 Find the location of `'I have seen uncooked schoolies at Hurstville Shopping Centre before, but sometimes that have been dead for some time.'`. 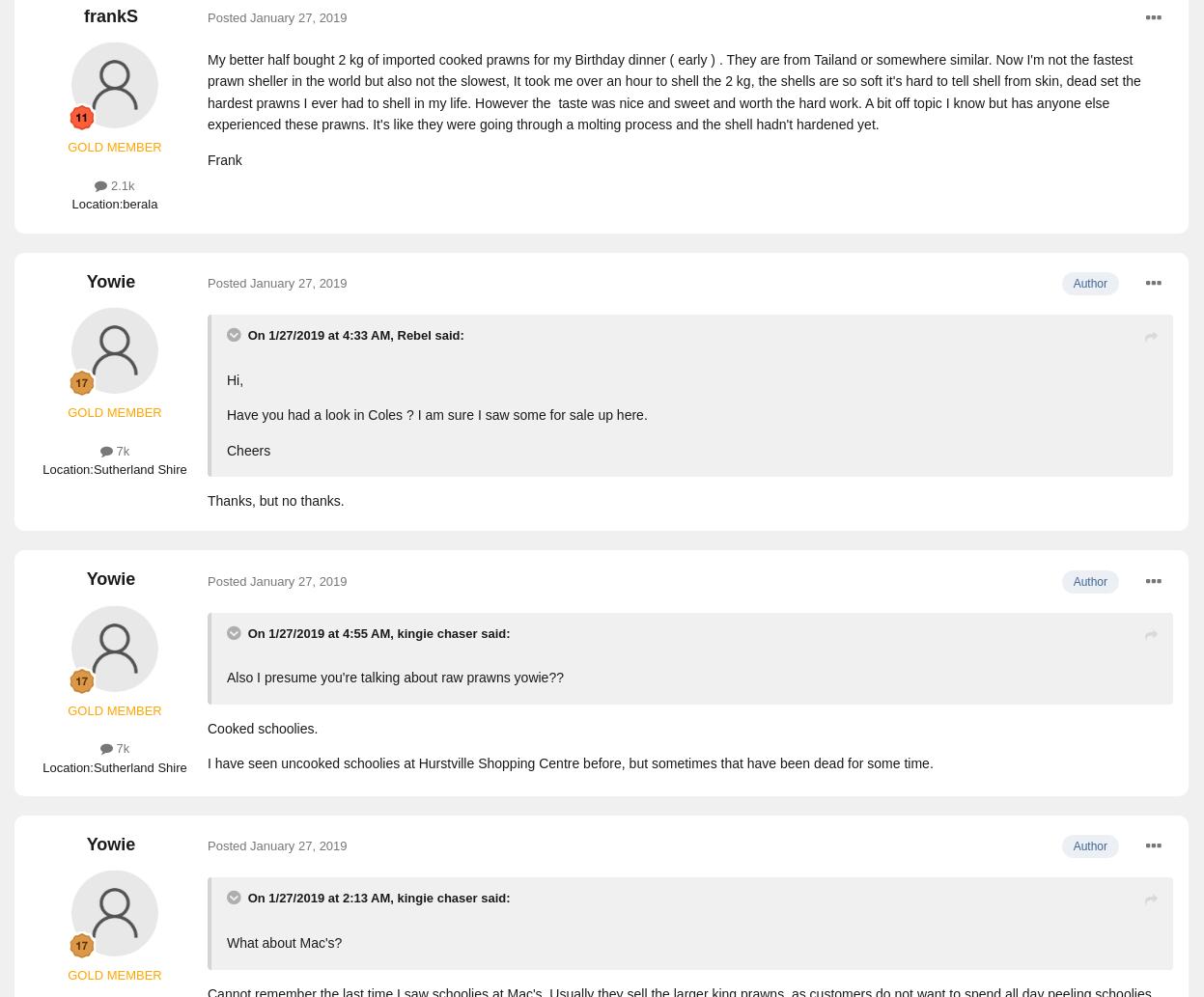

'I have seen uncooked schoolies at Hurstville Shopping Centre before, but sometimes that have been dead for some time.' is located at coordinates (570, 762).